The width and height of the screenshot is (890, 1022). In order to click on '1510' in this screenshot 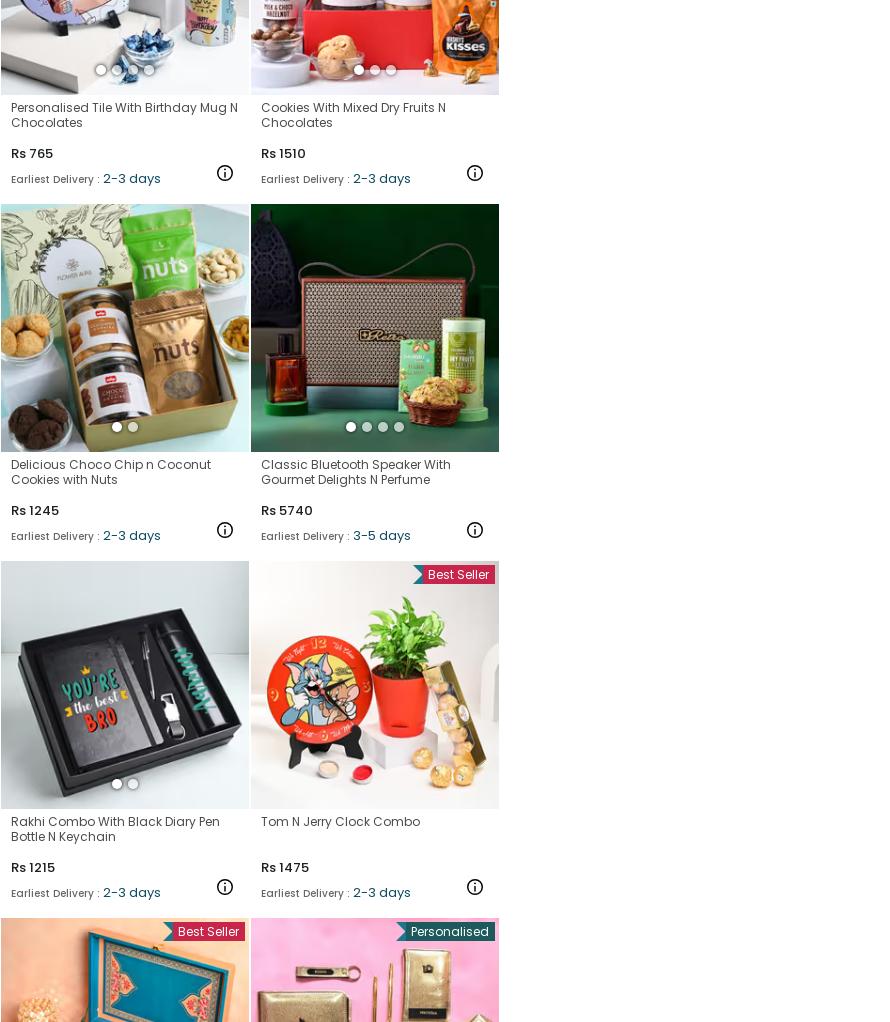, I will do `click(291, 151)`.